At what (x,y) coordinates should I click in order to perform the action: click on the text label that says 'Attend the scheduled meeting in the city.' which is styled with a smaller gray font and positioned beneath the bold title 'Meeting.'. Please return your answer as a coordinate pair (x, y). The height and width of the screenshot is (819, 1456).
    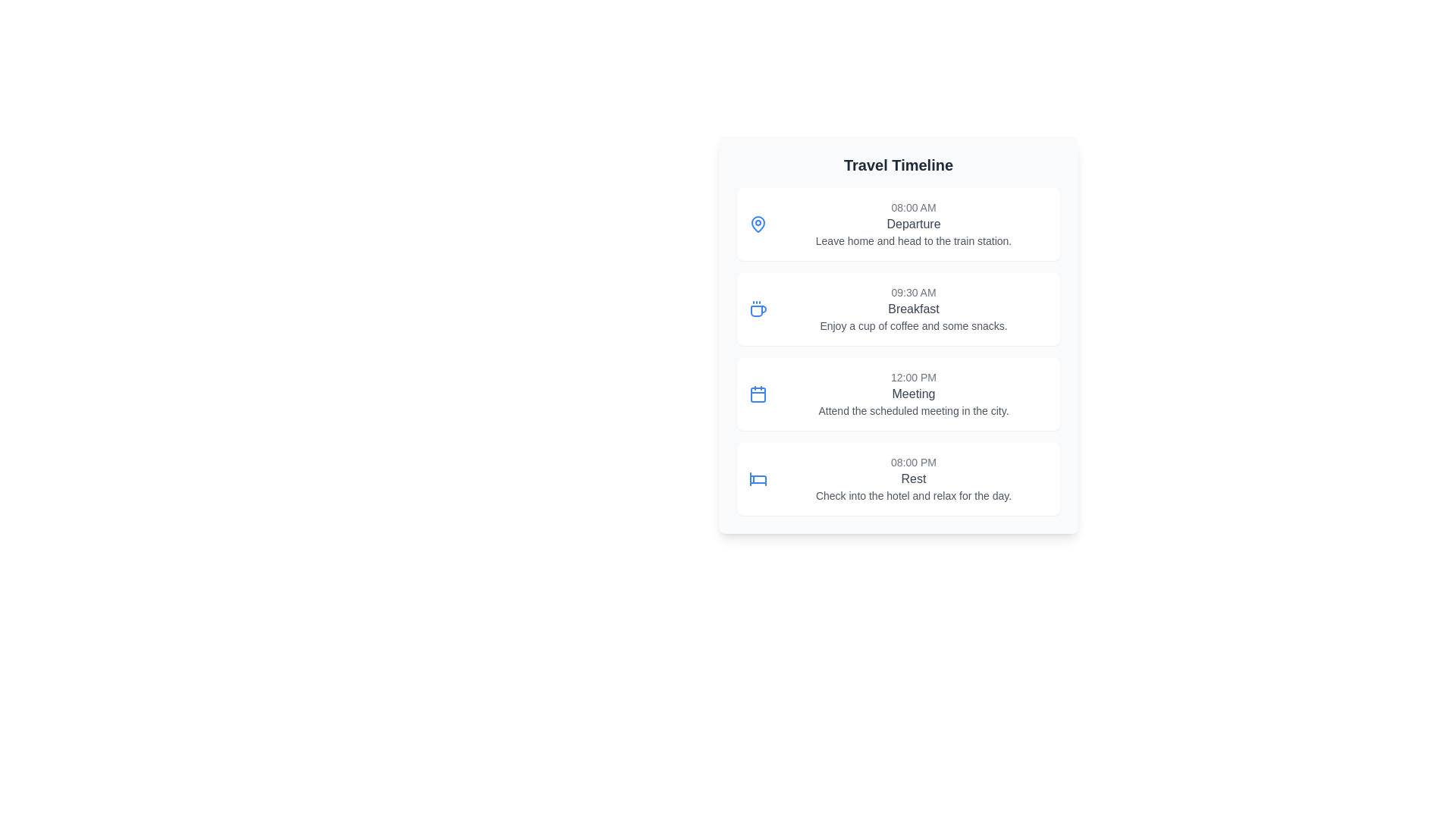
    Looking at the image, I should click on (912, 411).